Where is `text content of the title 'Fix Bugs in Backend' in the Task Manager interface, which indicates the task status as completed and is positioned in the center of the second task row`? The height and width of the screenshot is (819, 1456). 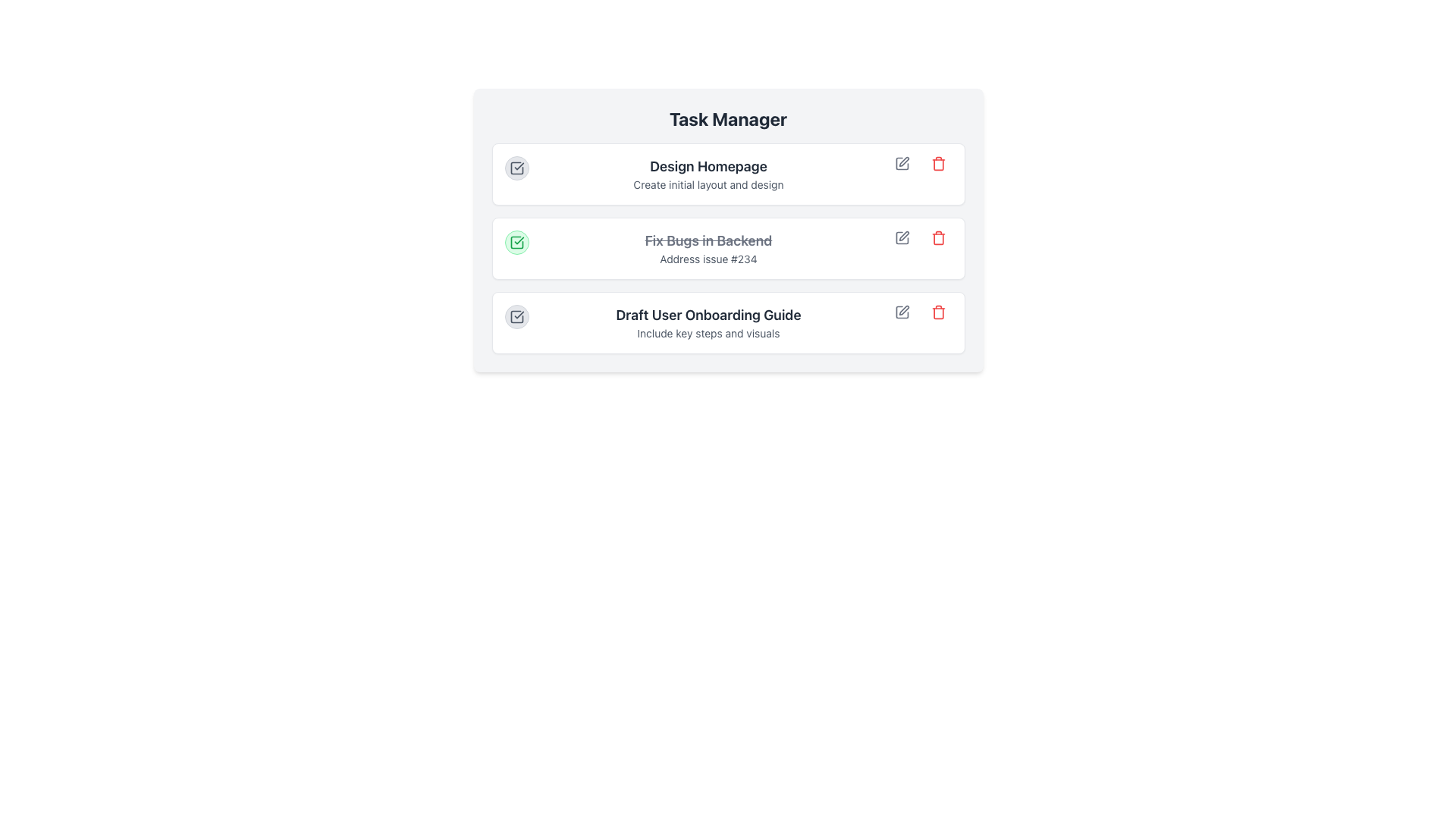
text content of the title 'Fix Bugs in Backend' in the Task Manager interface, which indicates the task status as completed and is positioned in the center of the second task row is located at coordinates (708, 240).